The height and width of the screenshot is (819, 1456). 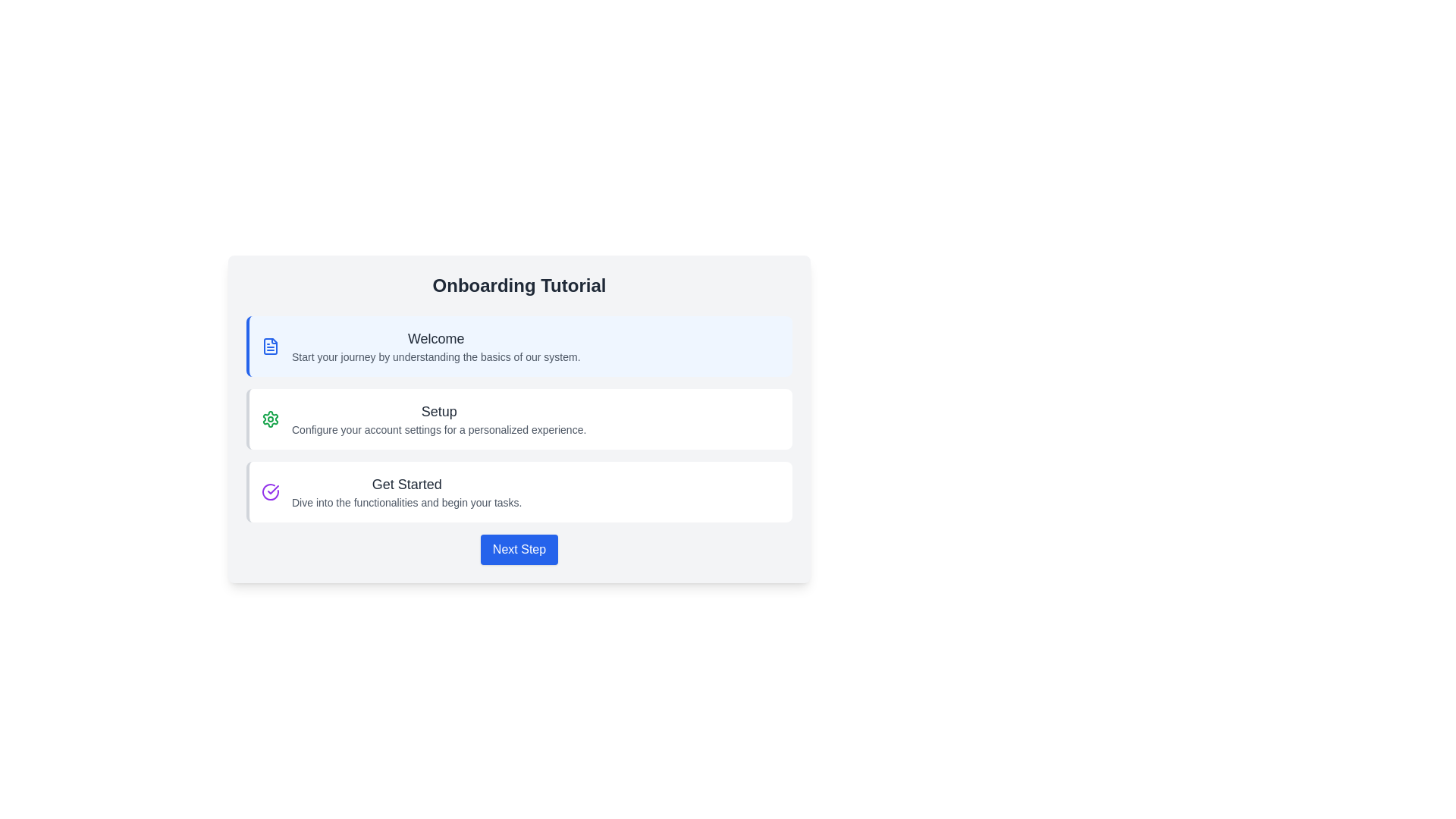 What do you see at coordinates (435, 356) in the screenshot?
I see `the introductory text element located in the 'Welcome' section, which provides guidance to the user about the current section` at bounding box center [435, 356].